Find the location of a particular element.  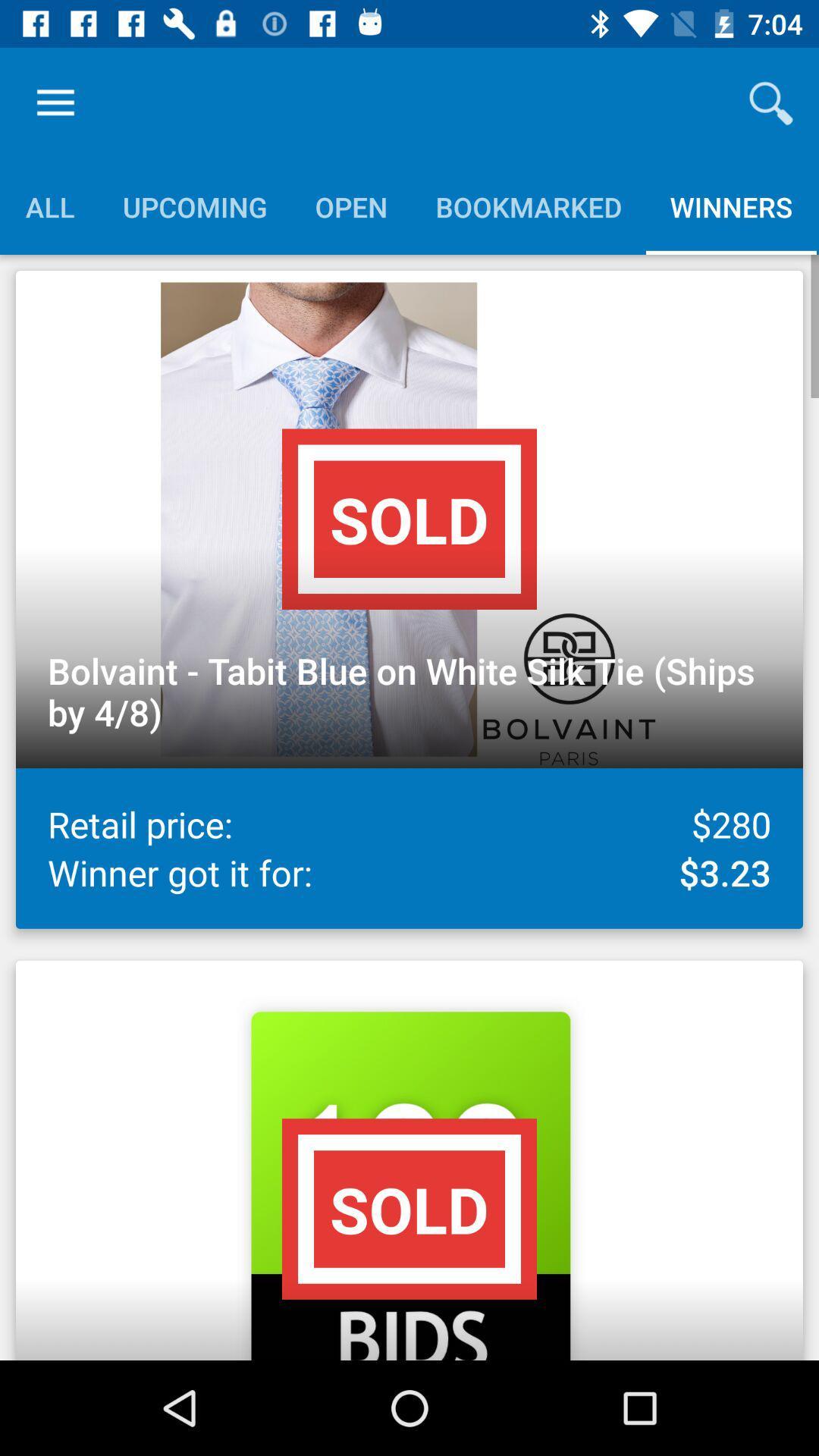

icon above winners is located at coordinates (771, 102).